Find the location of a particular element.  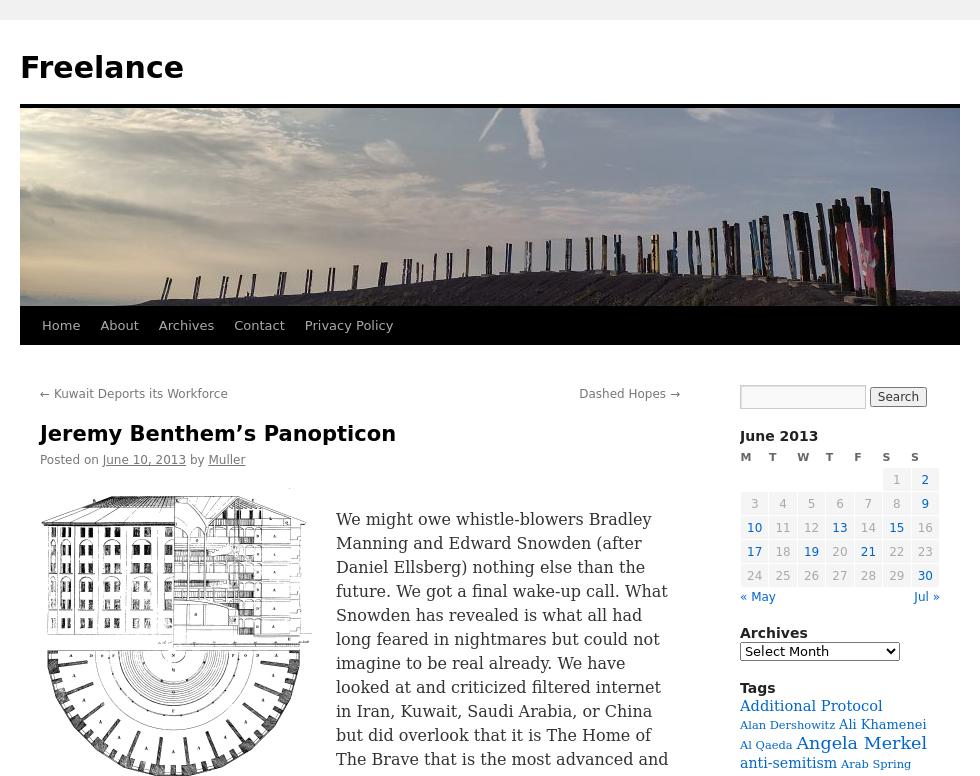

'25' is located at coordinates (774, 575).